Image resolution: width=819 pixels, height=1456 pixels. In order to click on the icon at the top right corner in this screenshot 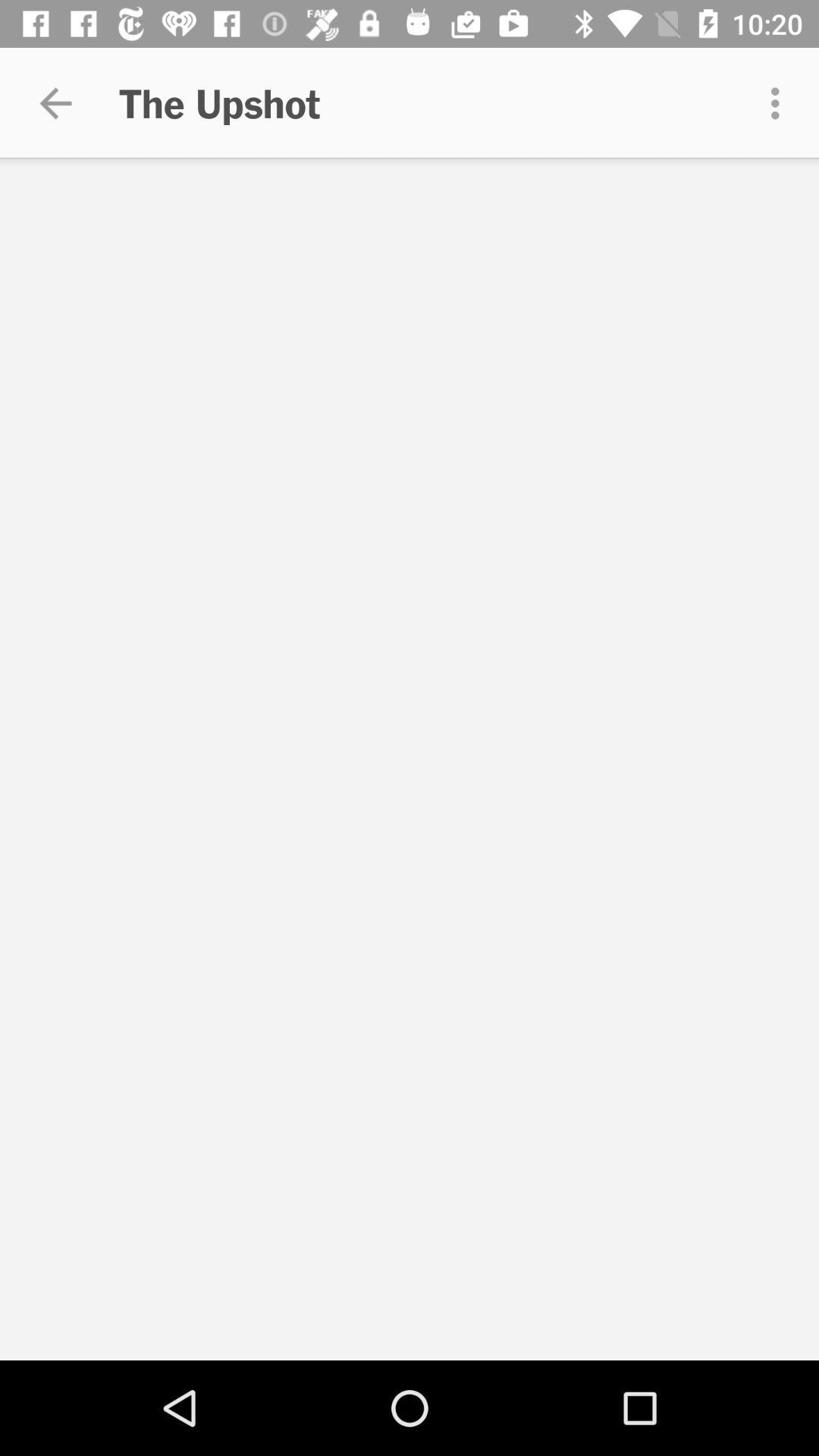, I will do `click(779, 102)`.